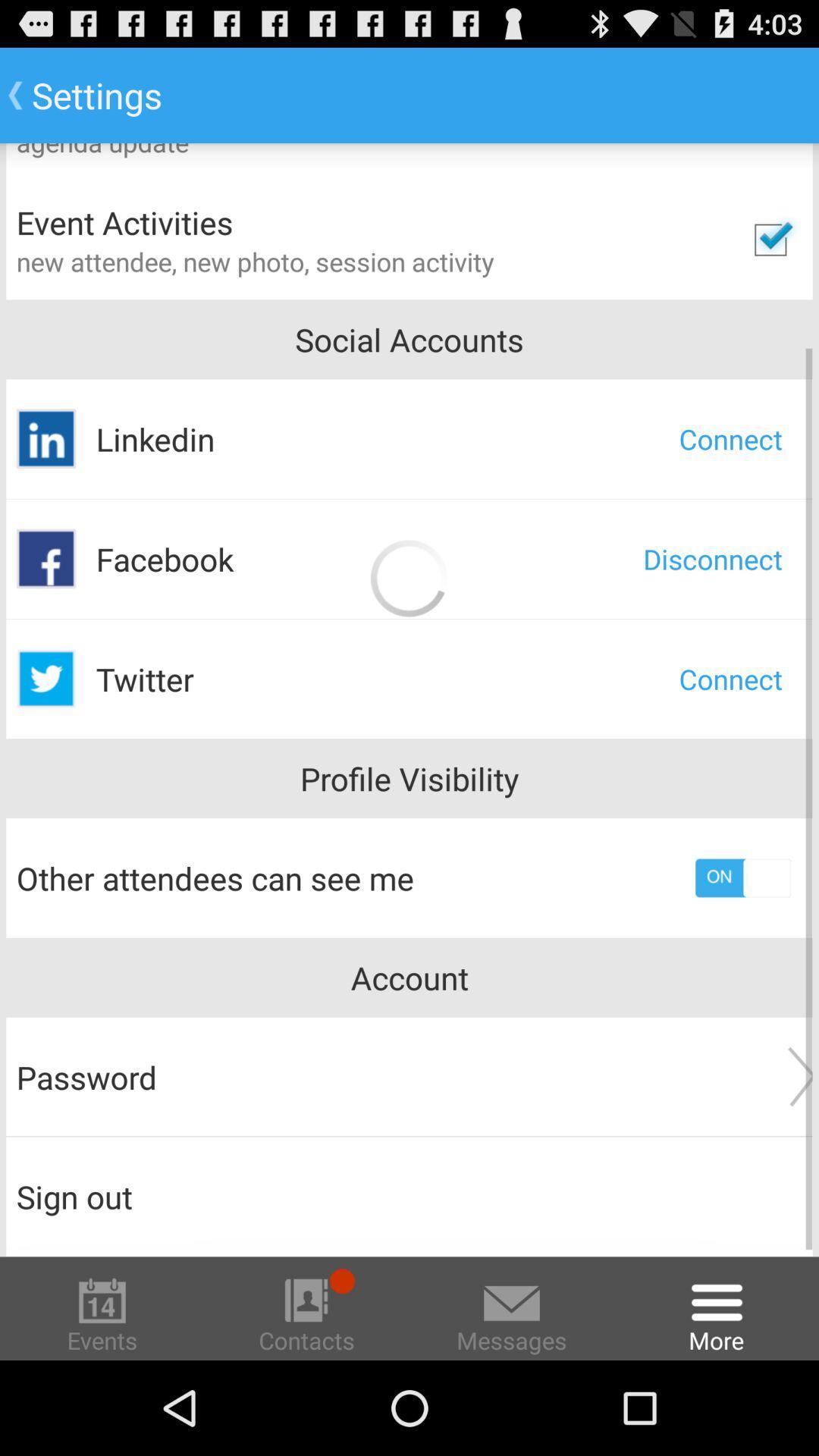 The image size is (819, 1456). Describe the element at coordinates (713, 558) in the screenshot. I see `the item below the connect icon` at that location.